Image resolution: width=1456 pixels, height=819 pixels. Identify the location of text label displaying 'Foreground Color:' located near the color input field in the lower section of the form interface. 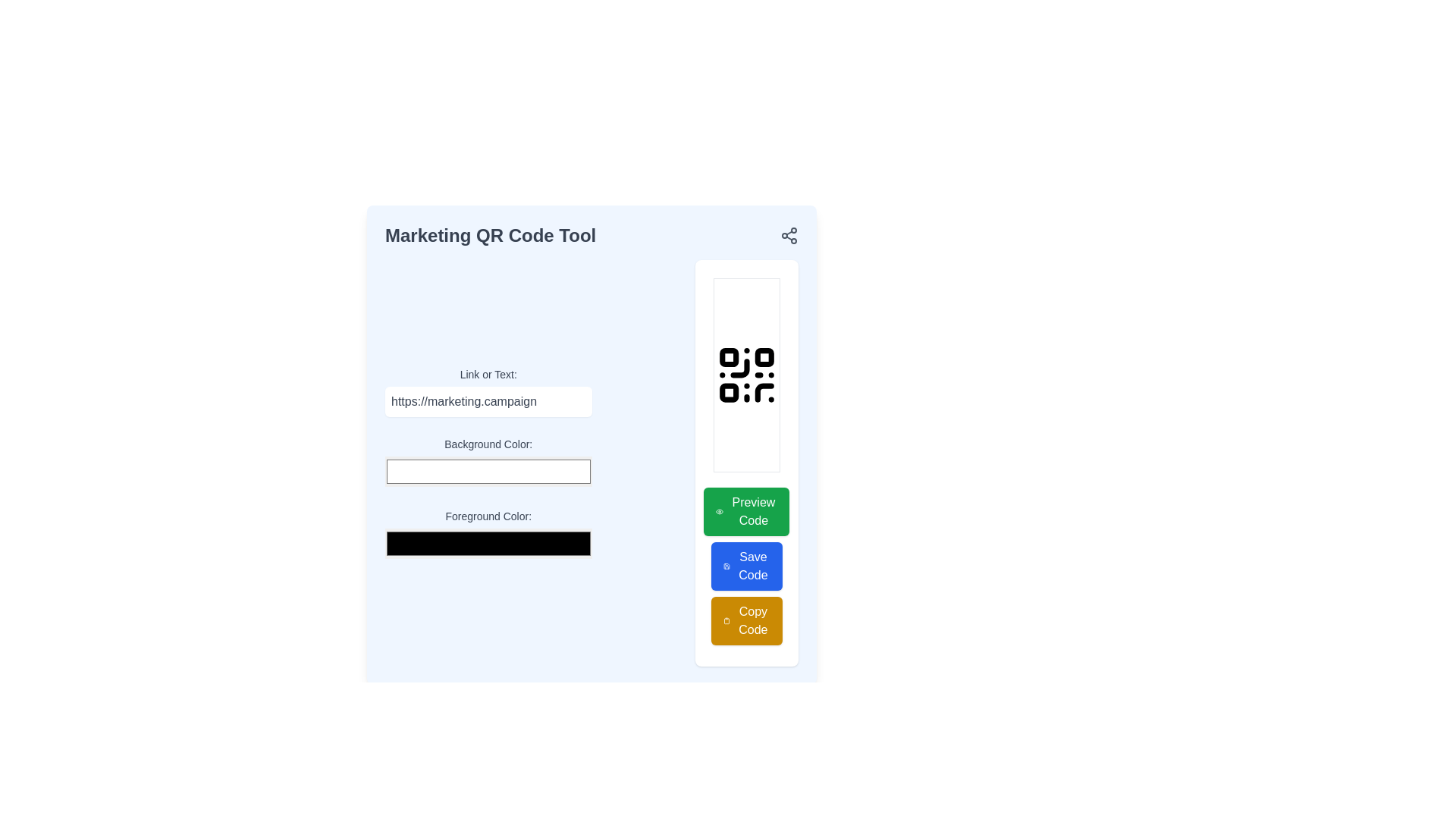
(488, 516).